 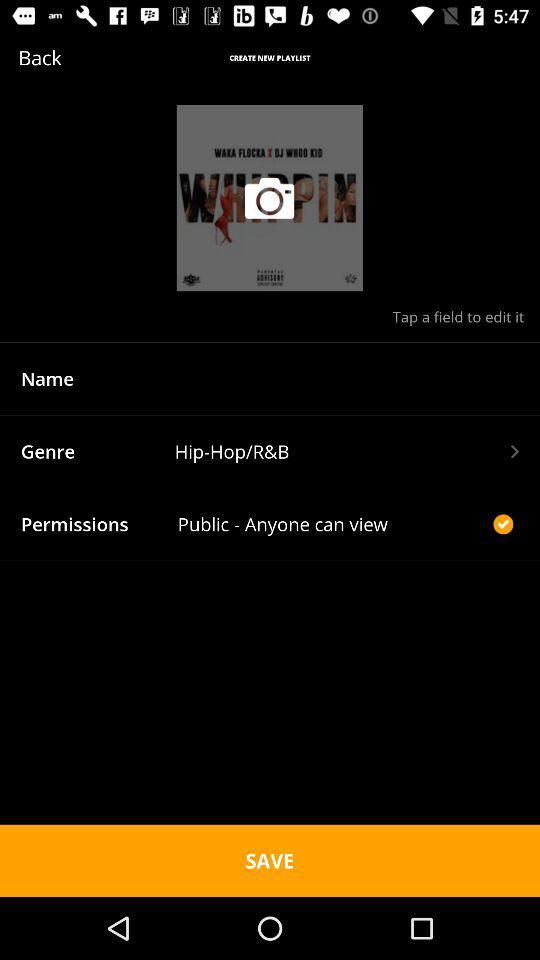 I want to click on the text which is to the left of create new playlist, so click(x=69, y=56).